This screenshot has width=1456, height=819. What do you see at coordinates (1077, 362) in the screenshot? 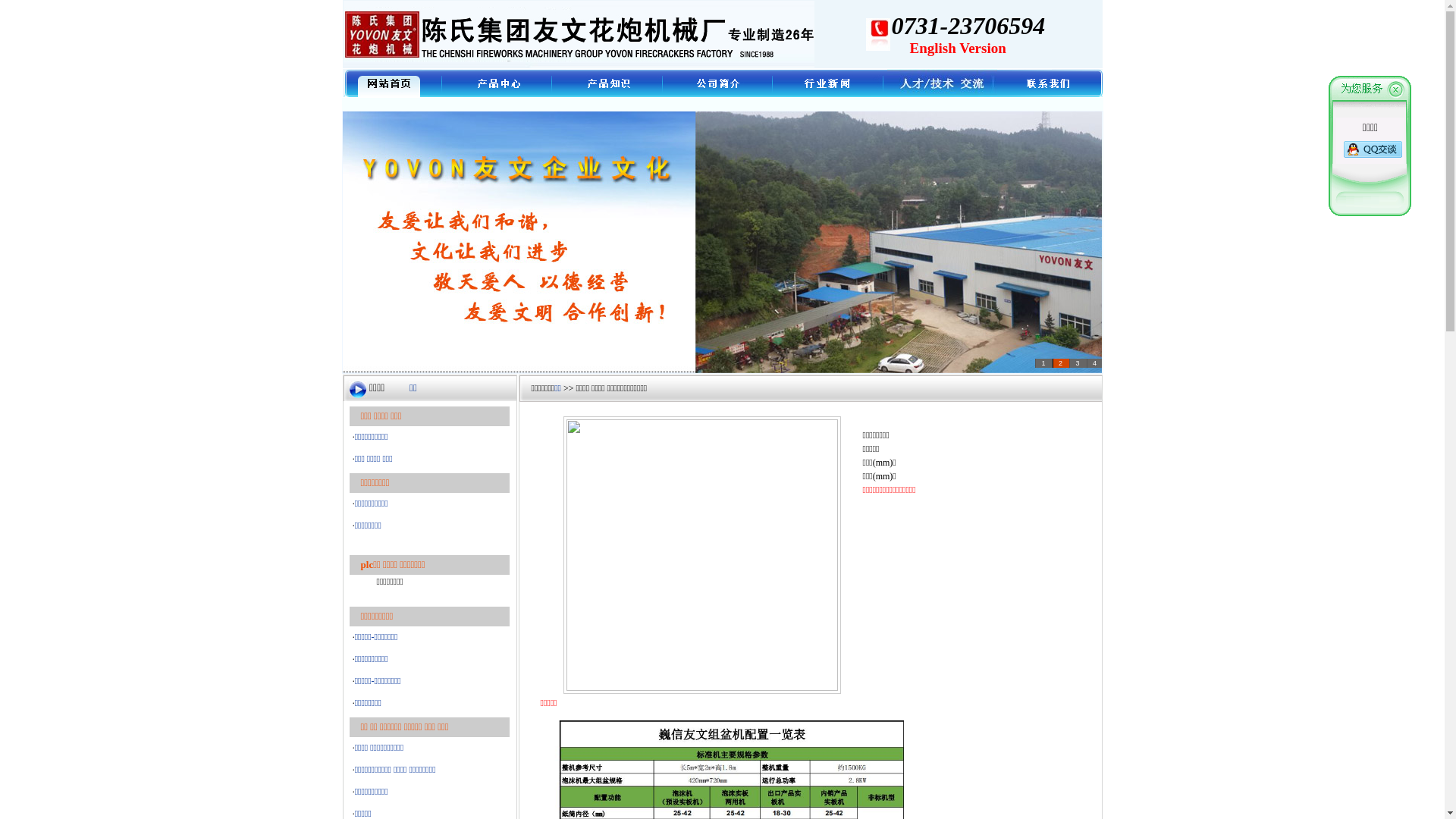
I see `'3'` at bounding box center [1077, 362].